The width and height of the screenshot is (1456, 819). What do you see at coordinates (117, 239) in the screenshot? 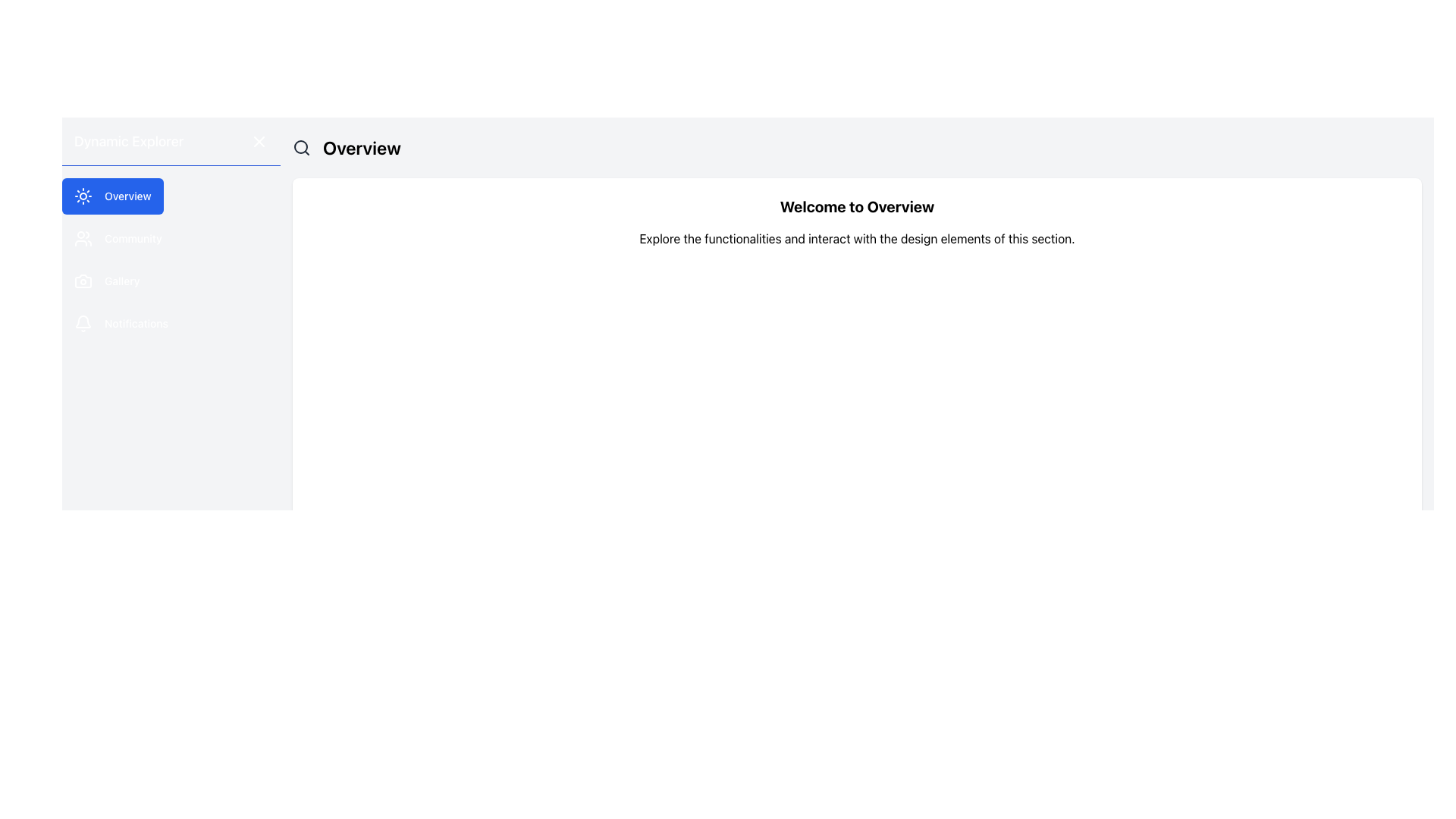
I see `the navigation button labeled 'Community' located below the 'Overview' option in the sidebar` at bounding box center [117, 239].